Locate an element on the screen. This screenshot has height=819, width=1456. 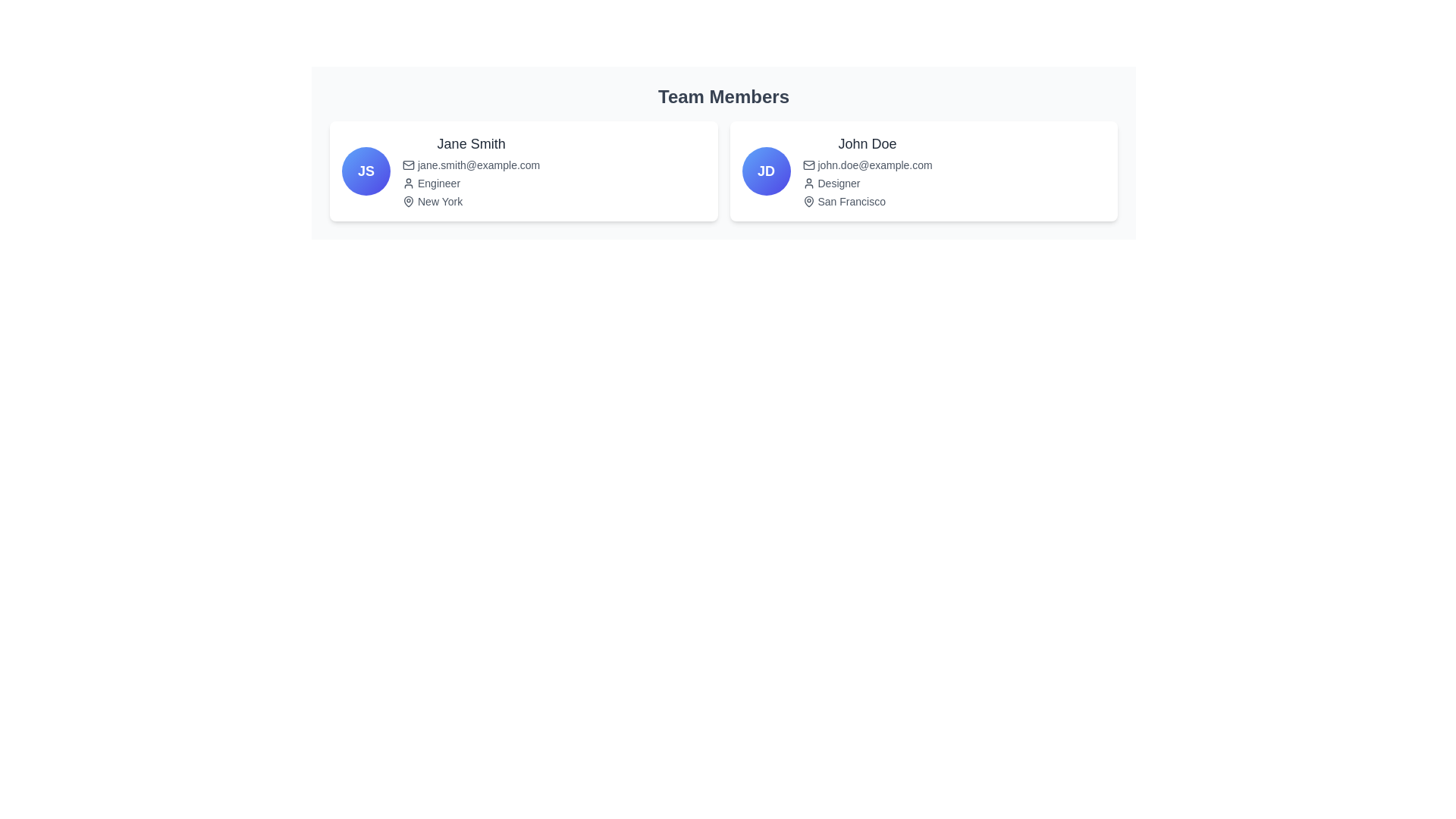
the text label displaying 'John Doe' in bold, dark gray font at the top of the right card under 'Team Members' is located at coordinates (868, 143).